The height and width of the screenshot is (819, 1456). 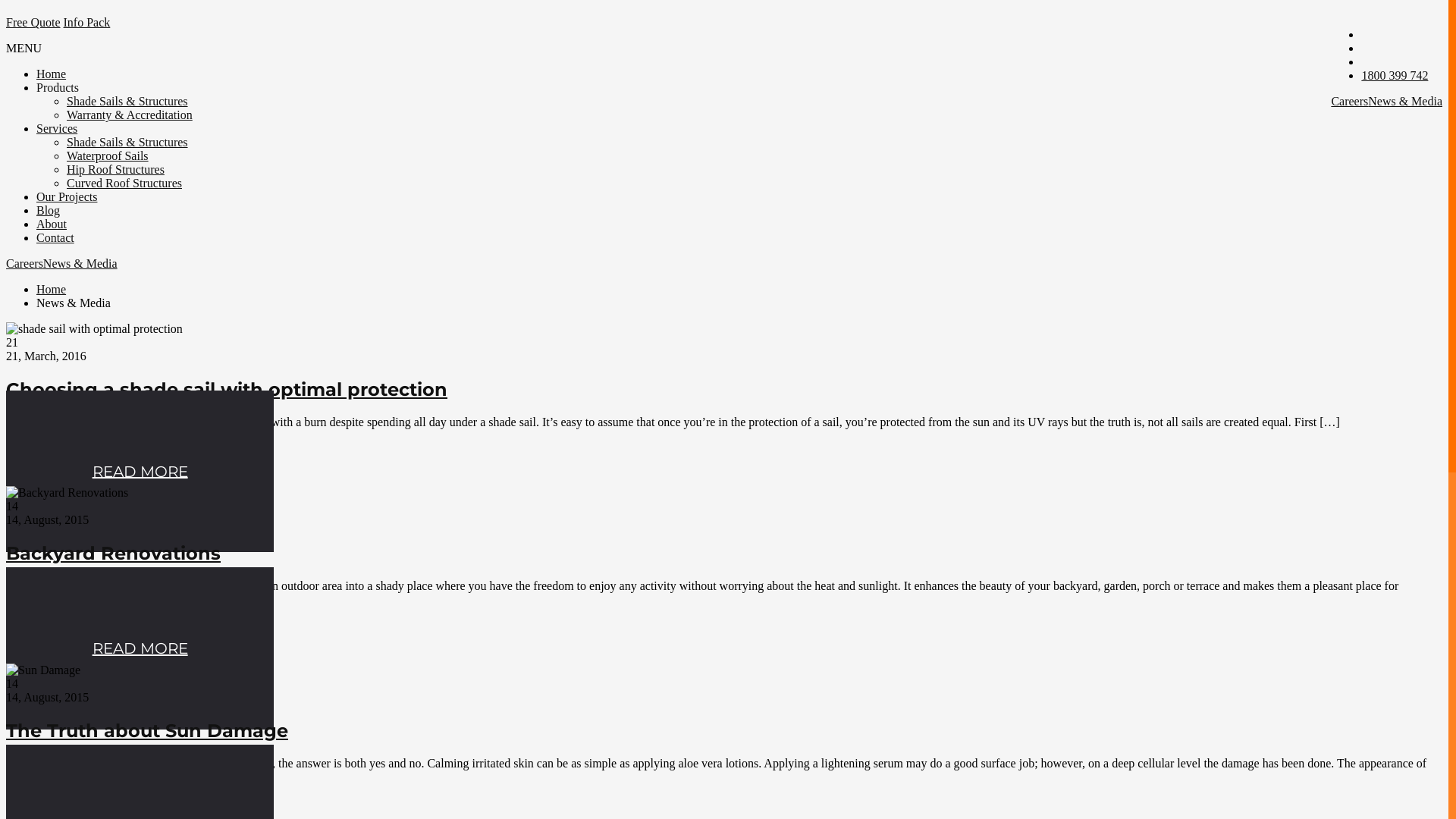 What do you see at coordinates (124, 182) in the screenshot?
I see `'Curved Roof Structures'` at bounding box center [124, 182].